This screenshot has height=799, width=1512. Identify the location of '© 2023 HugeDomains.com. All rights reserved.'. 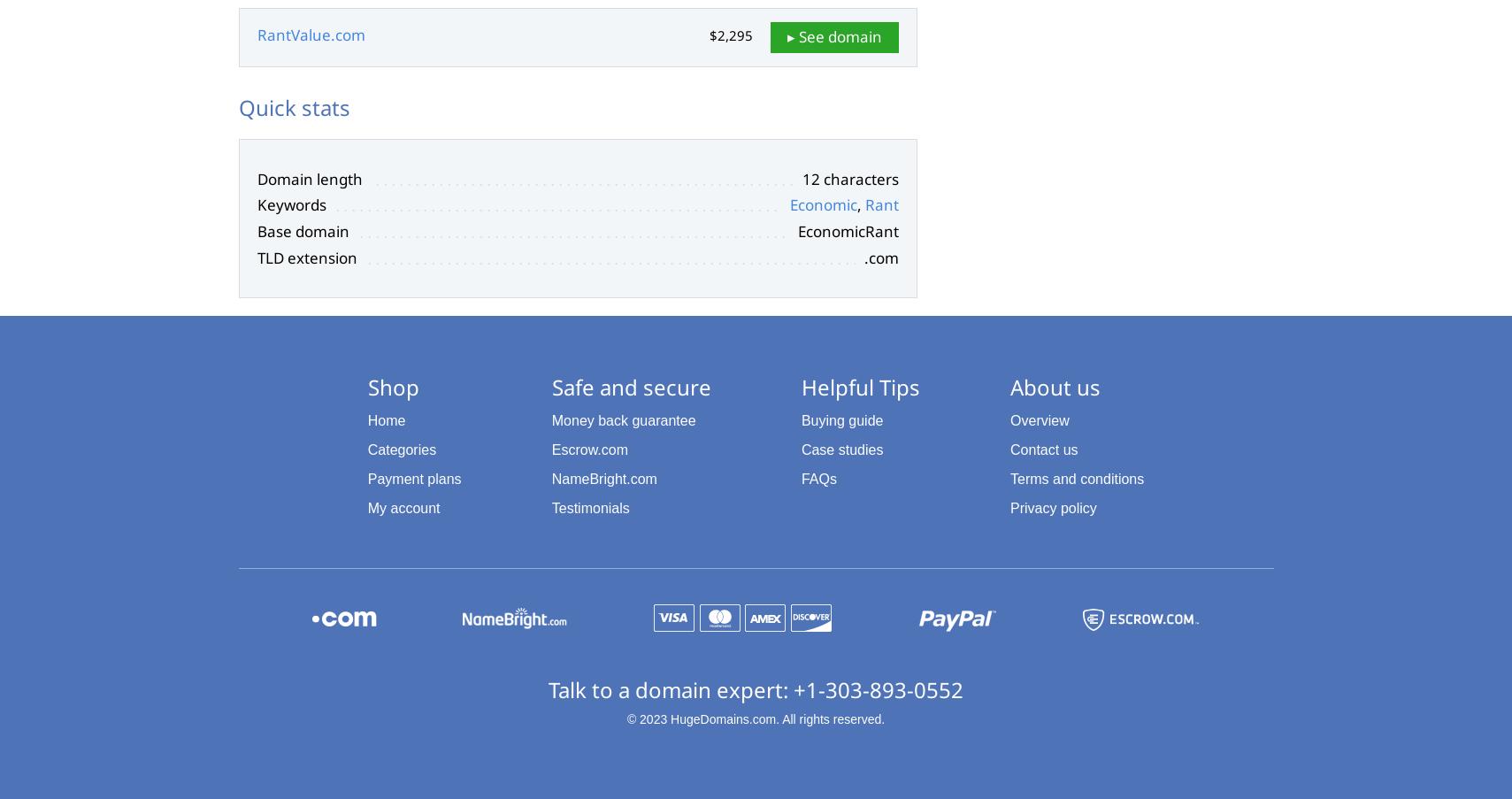
(626, 718).